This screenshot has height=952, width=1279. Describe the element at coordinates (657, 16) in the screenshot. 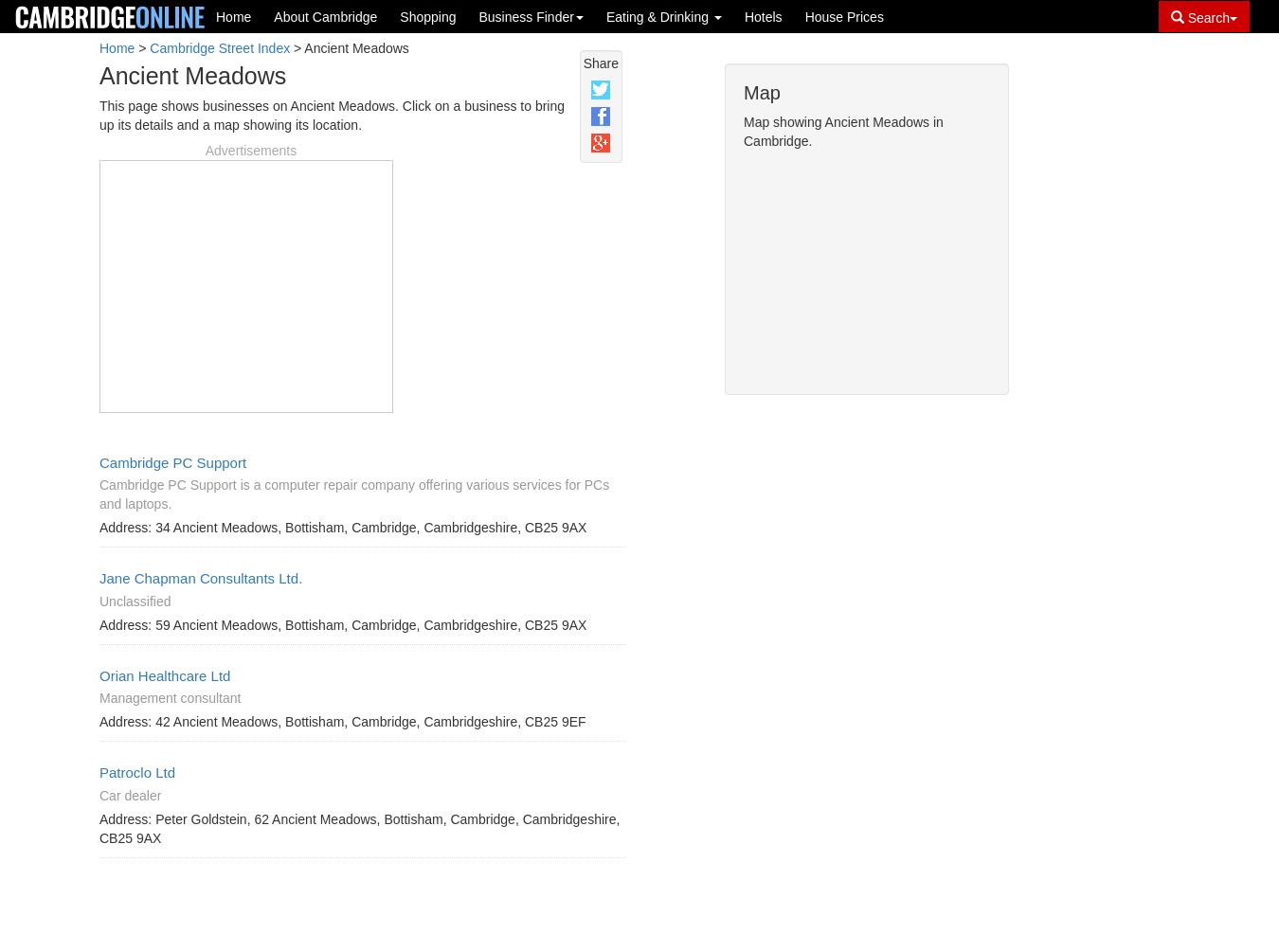

I see `'Eating & Drinking'` at that location.